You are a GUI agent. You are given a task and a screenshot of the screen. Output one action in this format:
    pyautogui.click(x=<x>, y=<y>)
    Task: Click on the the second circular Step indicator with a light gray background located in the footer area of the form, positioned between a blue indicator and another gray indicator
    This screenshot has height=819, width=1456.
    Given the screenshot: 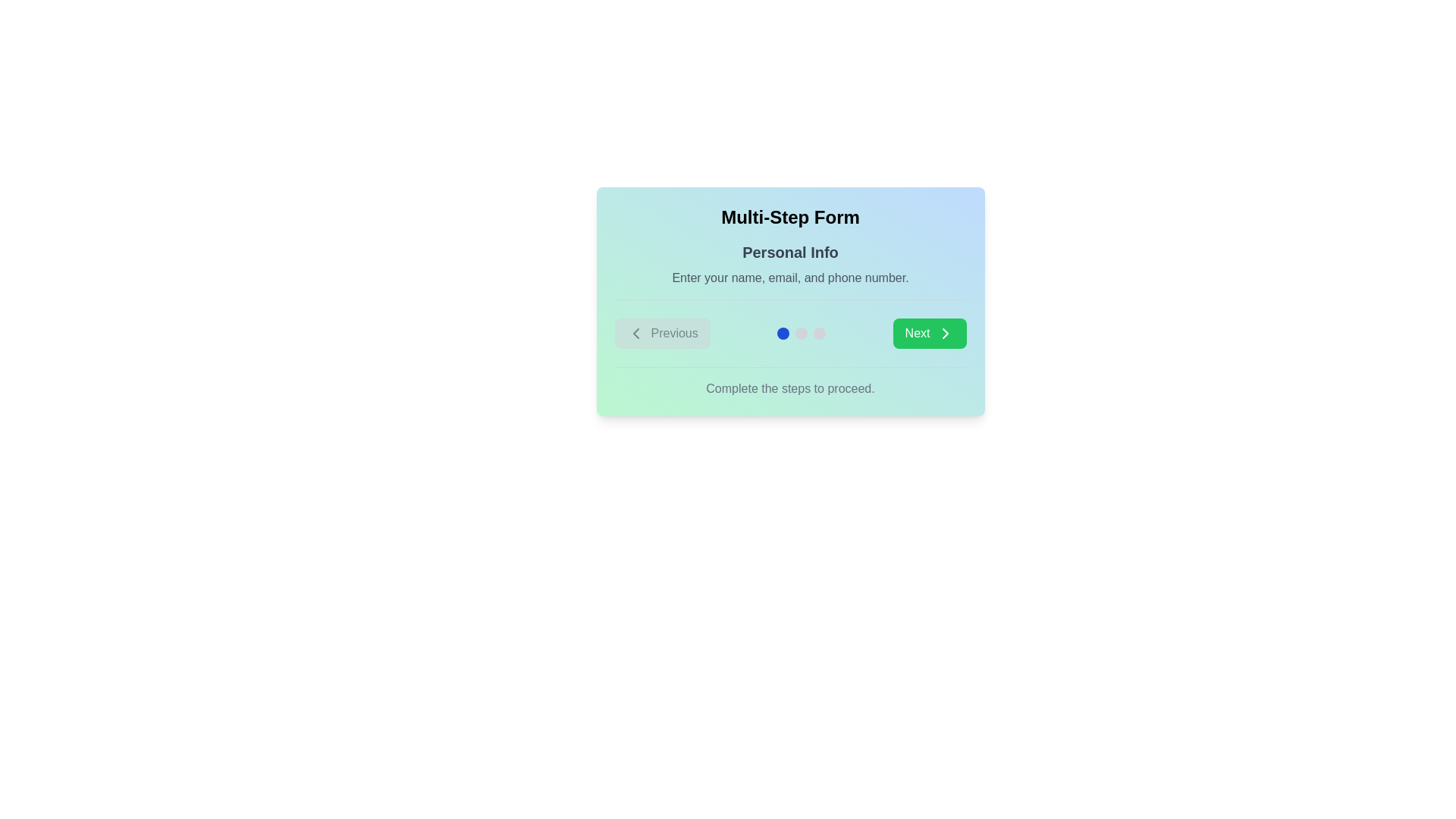 What is the action you would take?
    pyautogui.click(x=801, y=332)
    